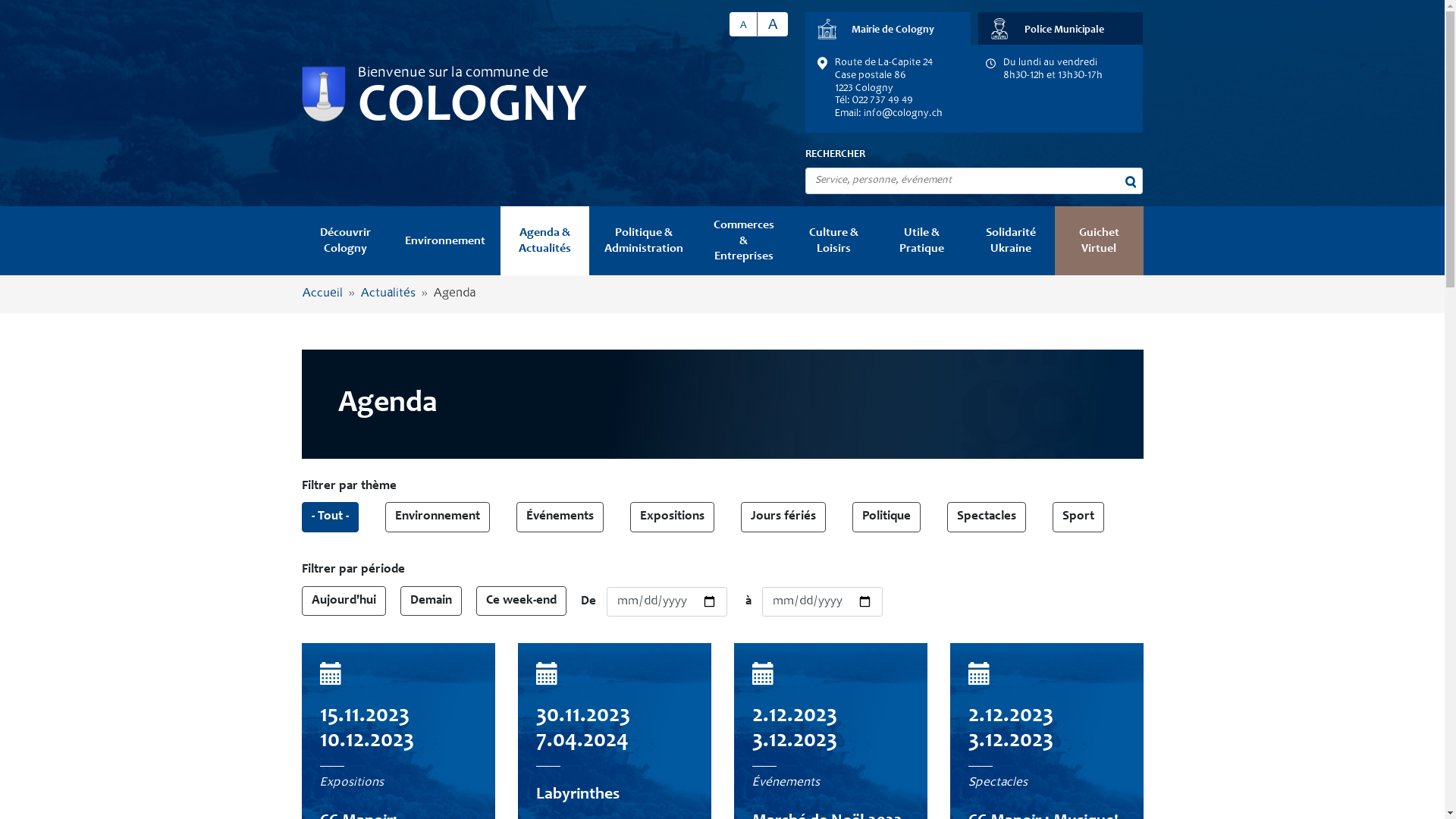 Image resolution: width=1456 pixels, height=819 pixels. What do you see at coordinates (1059, 28) in the screenshot?
I see `'Police Municipale'` at bounding box center [1059, 28].